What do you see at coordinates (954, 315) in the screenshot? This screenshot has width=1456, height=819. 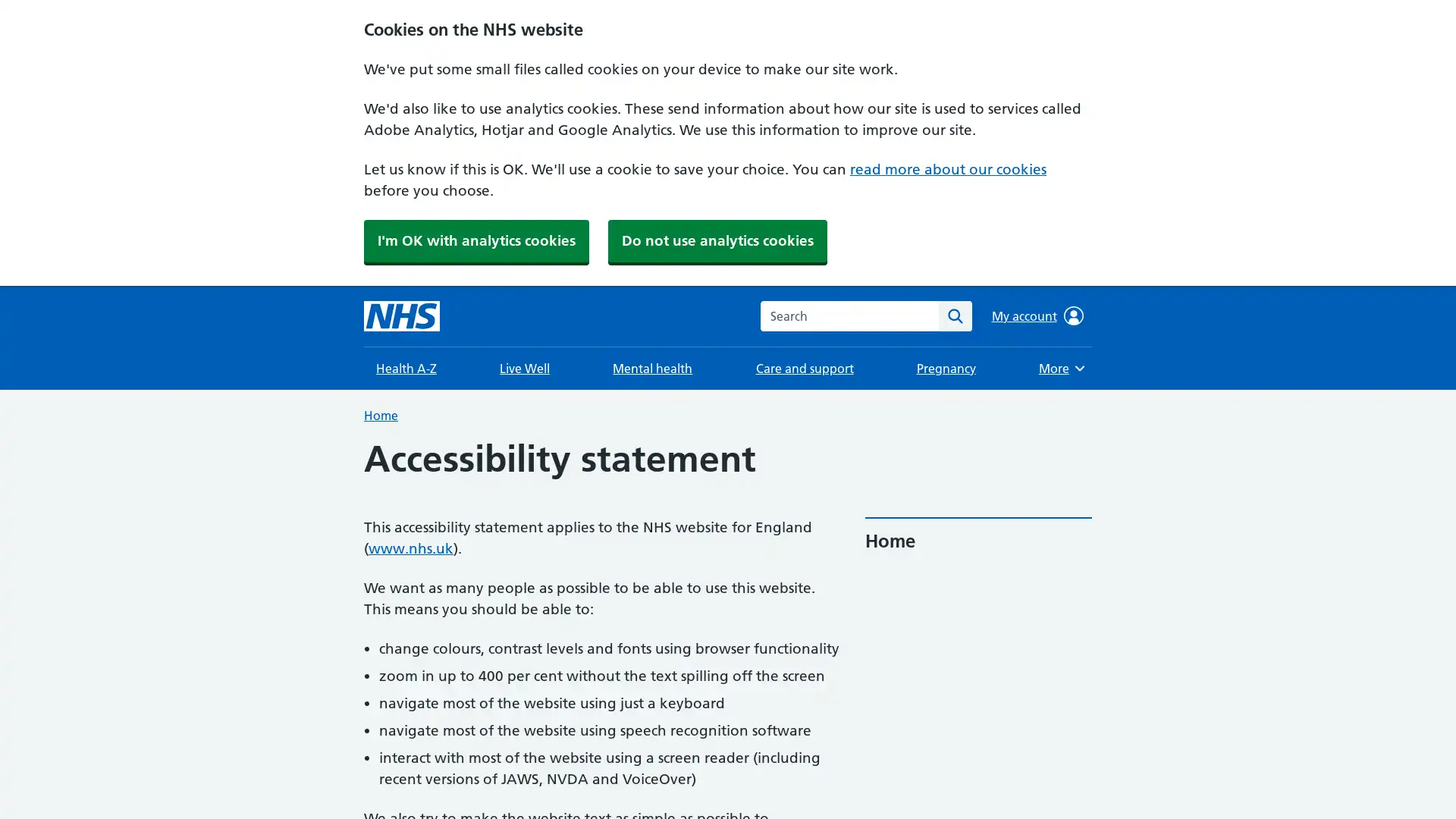 I see `Search` at bounding box center [954, 315].